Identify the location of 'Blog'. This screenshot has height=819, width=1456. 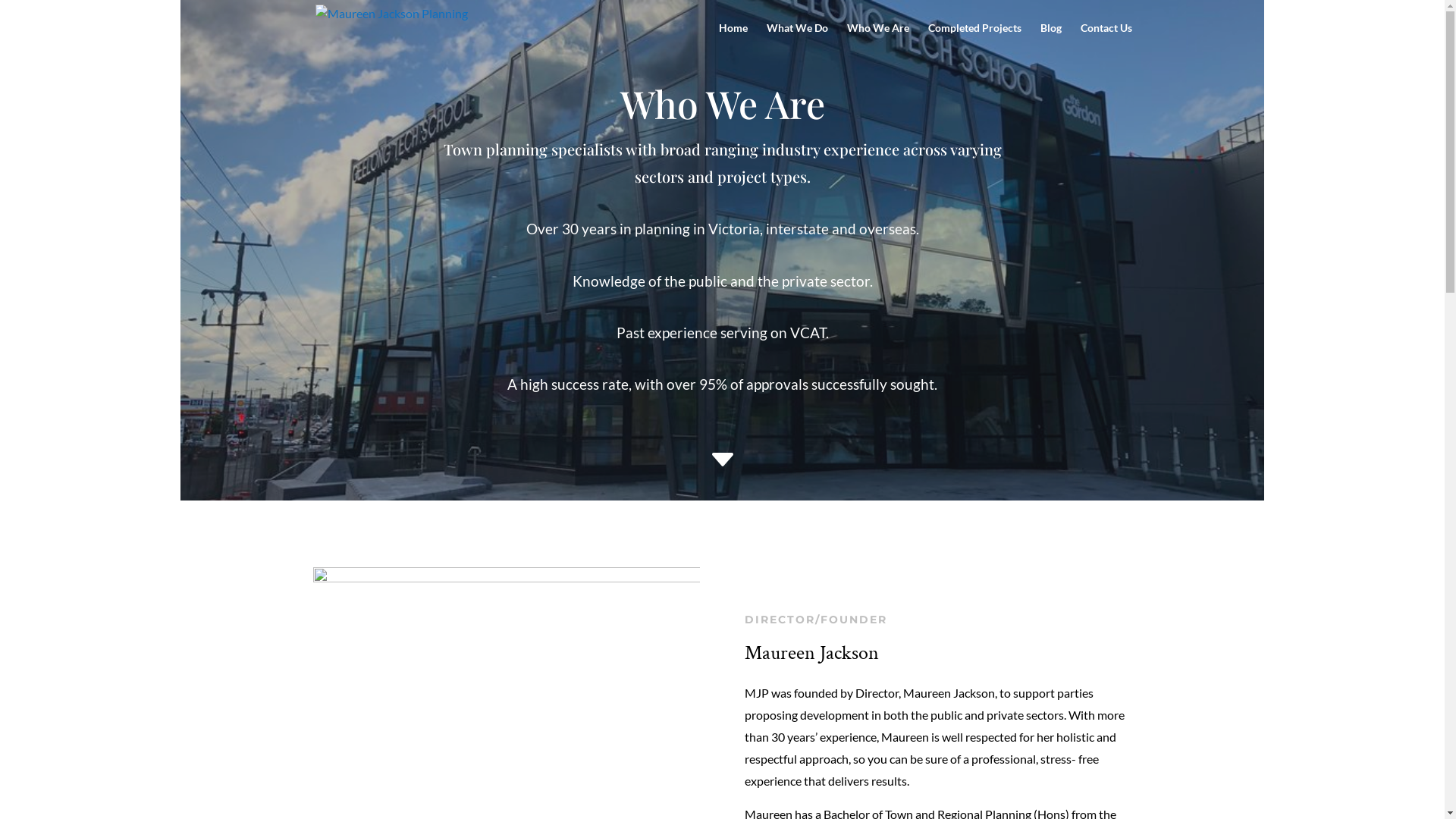
(1050, 38).